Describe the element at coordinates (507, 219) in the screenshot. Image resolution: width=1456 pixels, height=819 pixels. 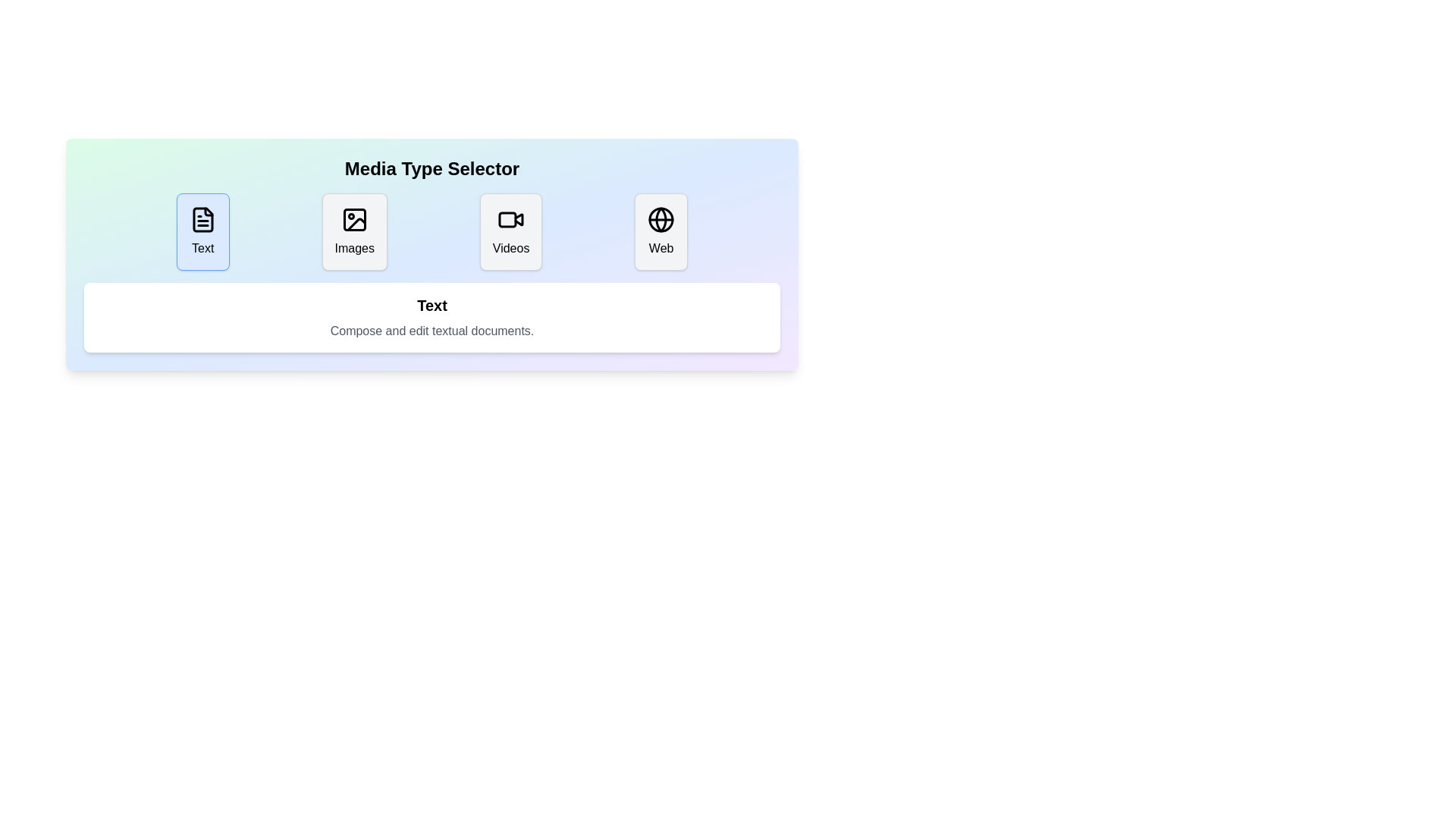
I see `the button containing the rounded rectangle with a white fill located within the 'Videos' icon, which is the second from the right in the media type selector` at that location.